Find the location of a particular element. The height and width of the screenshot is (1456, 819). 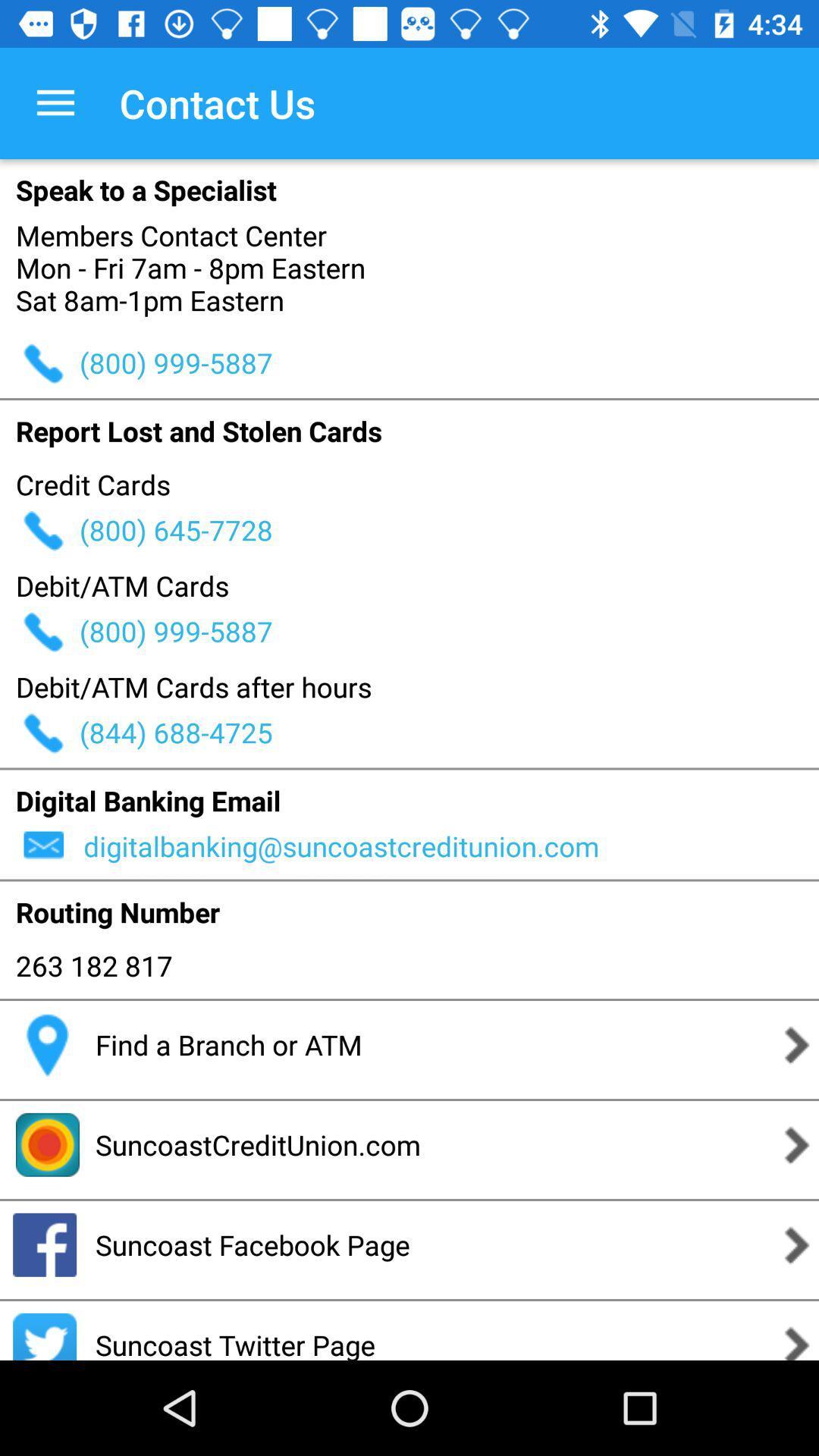

the item above debit/atm cards is located at coordinates (448, 530).